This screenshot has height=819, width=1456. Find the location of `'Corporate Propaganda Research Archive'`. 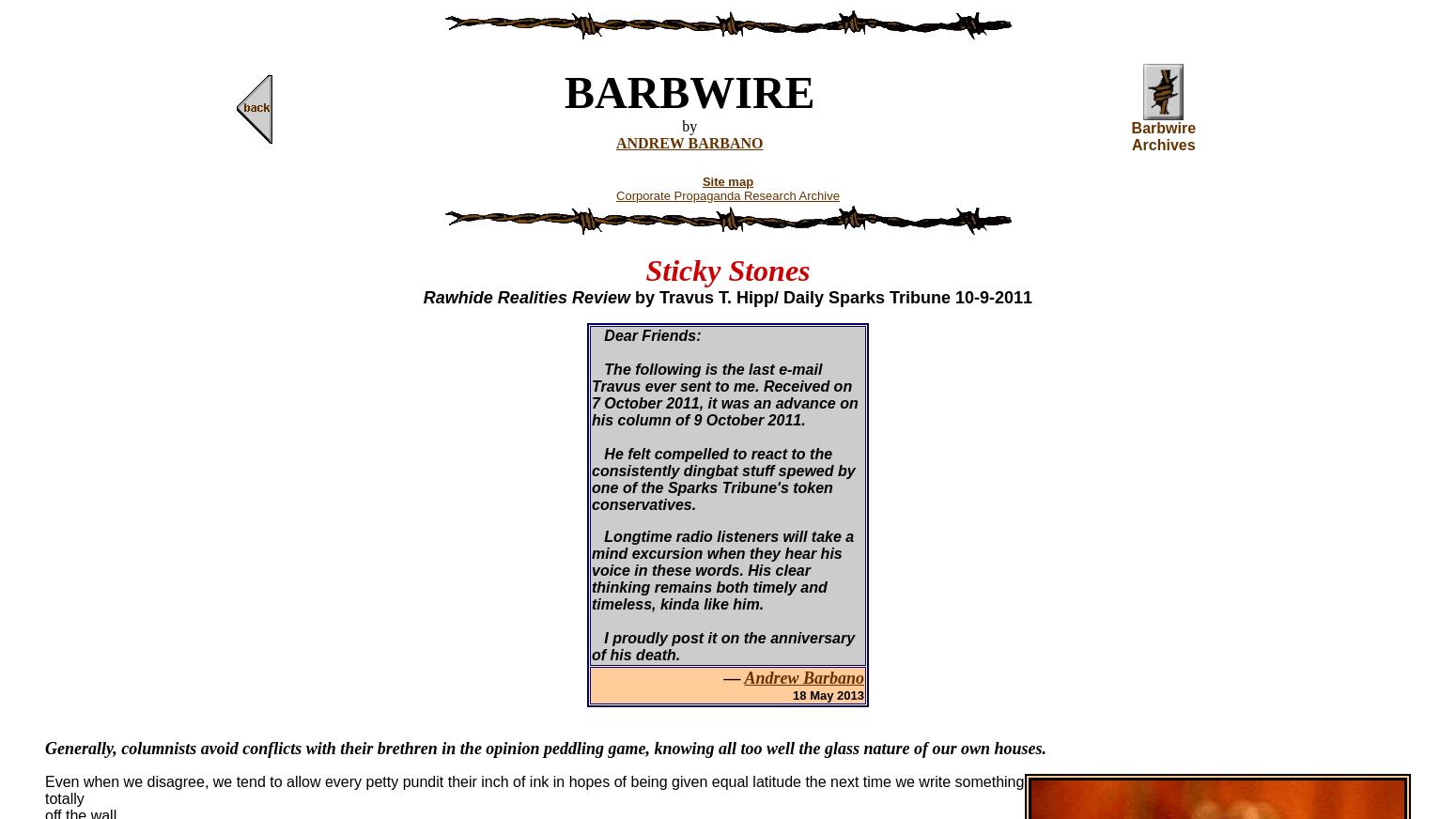

'Corporate Propaganda Research Archive' is located at coordinates (727, 195).